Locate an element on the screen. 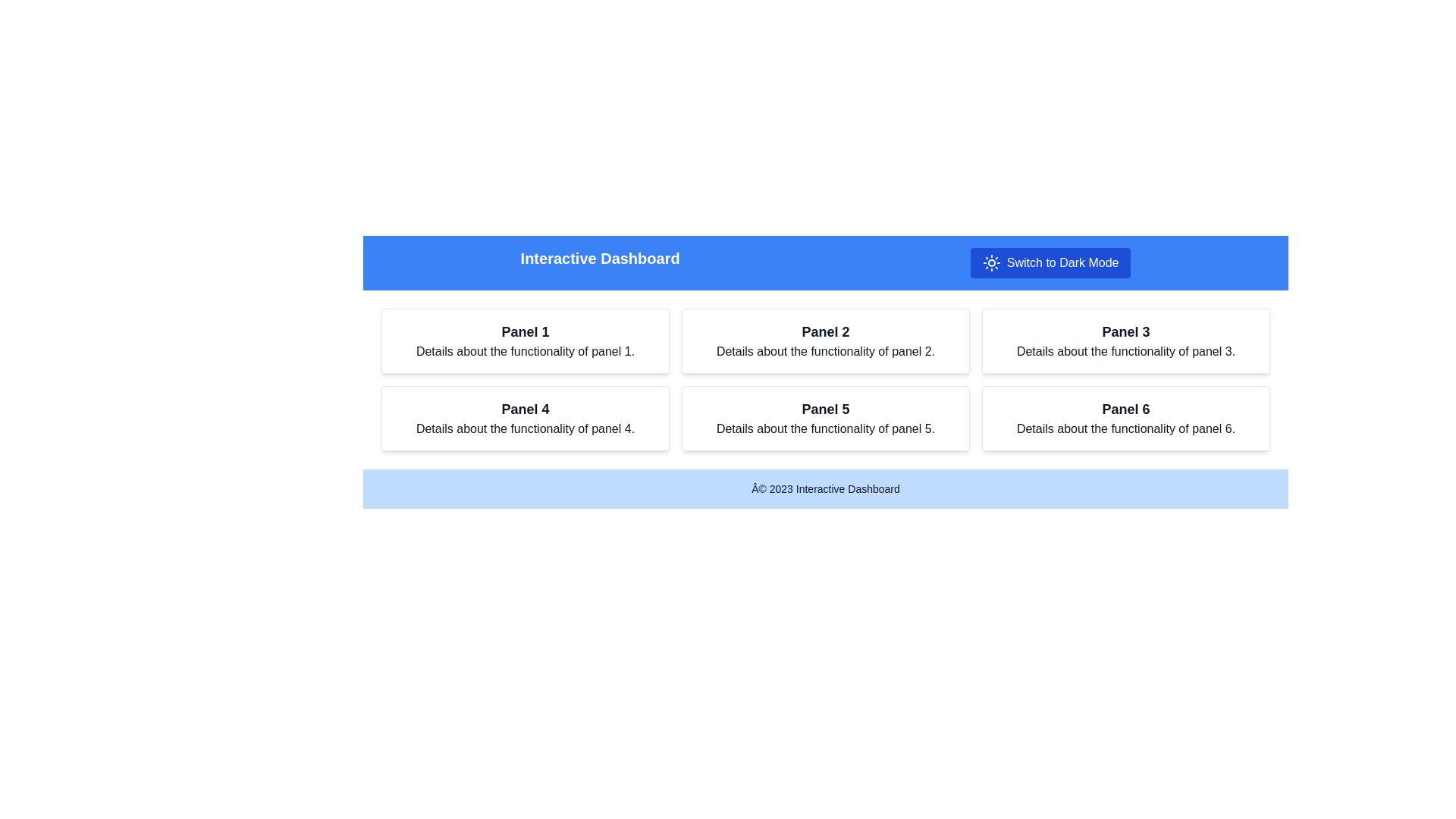 The height and width of the screenshot is (819, 1456). the static text label displaying 'Panel 4', which is styled with an enlarged, bold font and serves as the title within its panel is located at coordinates (525, 409).